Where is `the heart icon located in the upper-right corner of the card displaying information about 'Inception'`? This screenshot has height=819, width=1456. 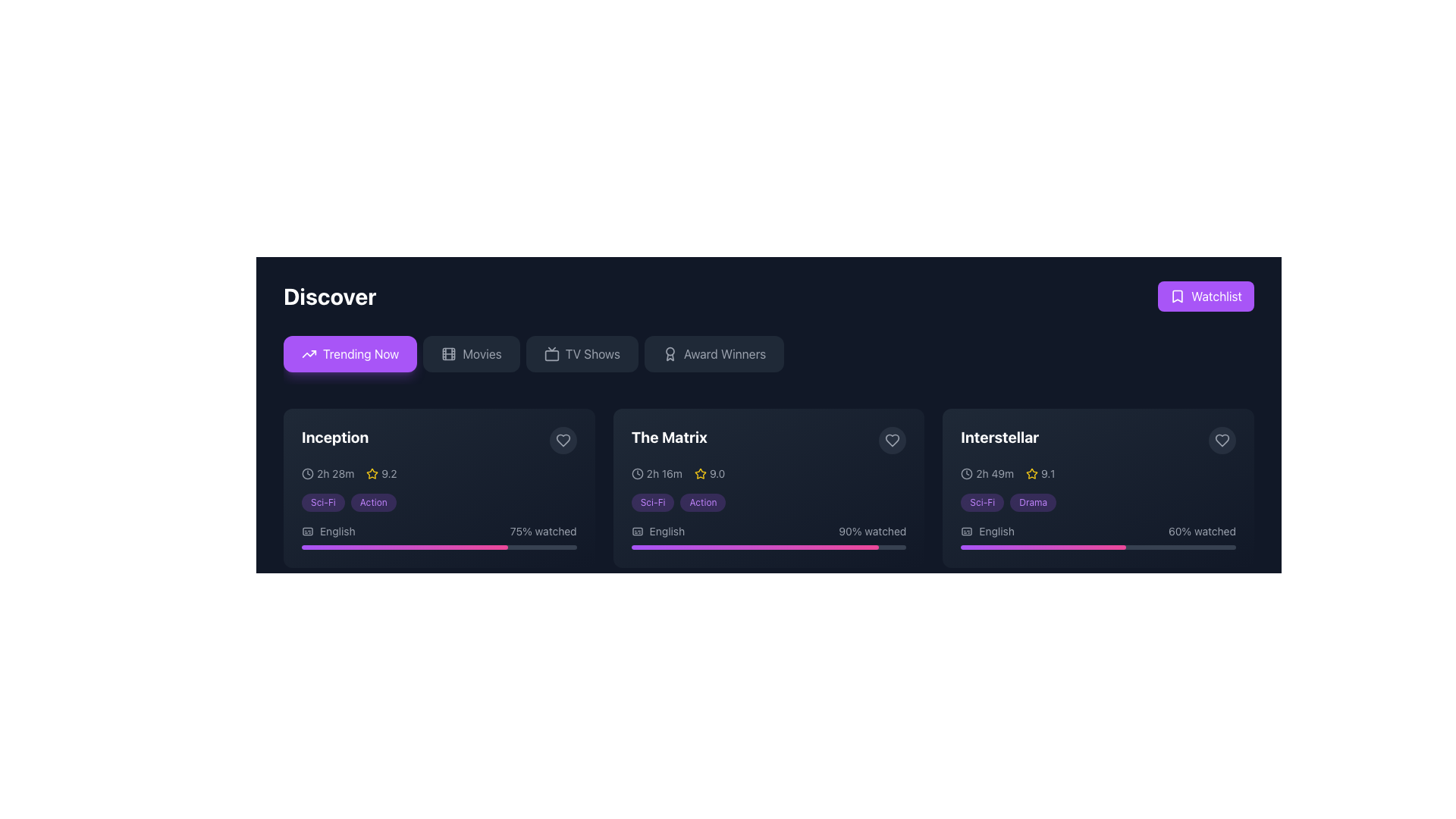 the heart icon located in the upper-right corner of the card displaying information about 'Inception' is located at coordinates (562, 441).